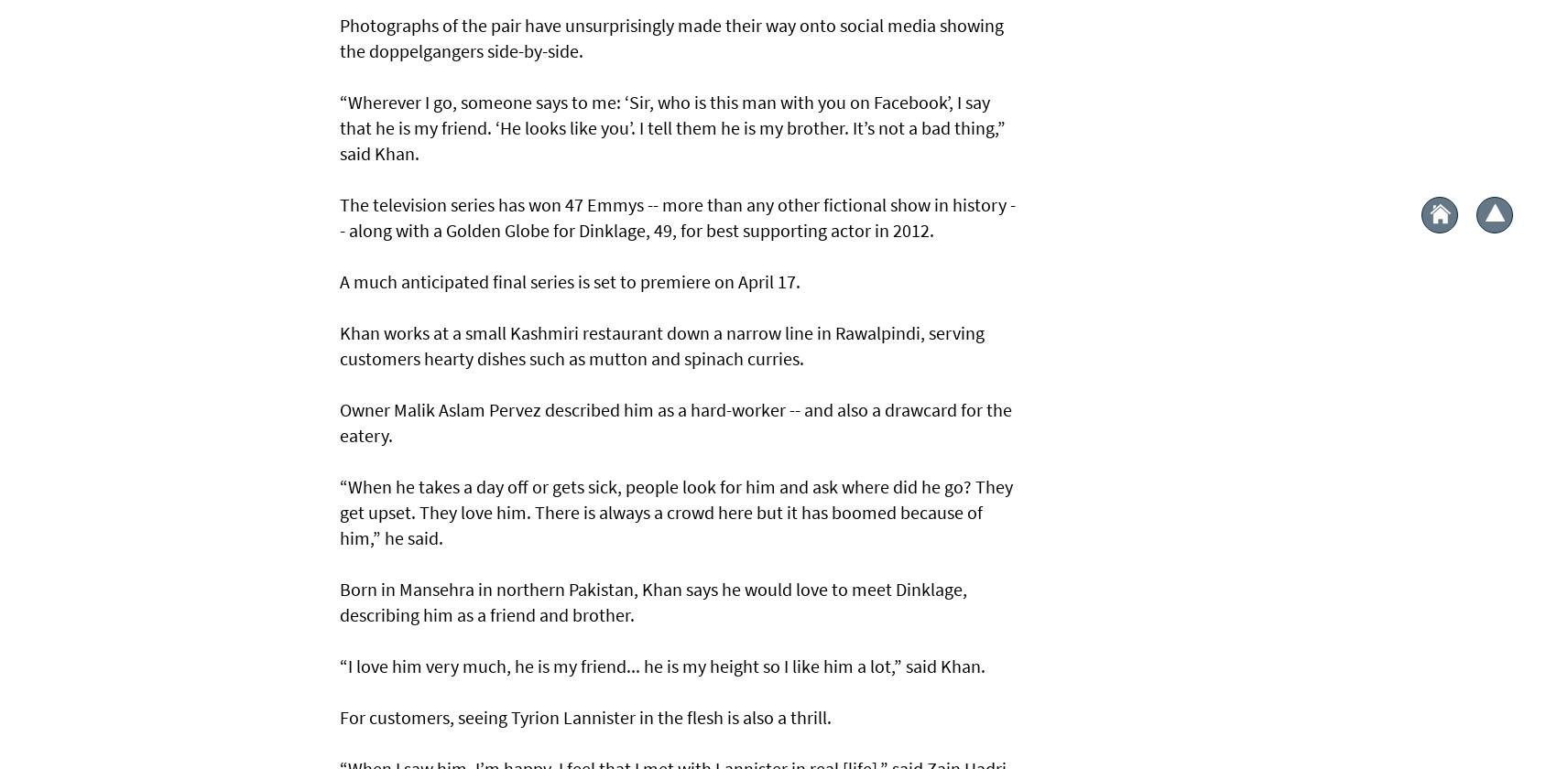  Describe the element at coordinates (671, 37) in the screenshot. I see `'Photographs of the pair have unsurprisingly made their way onto social media showing the doppelgangers side-by-side.'` at that location.